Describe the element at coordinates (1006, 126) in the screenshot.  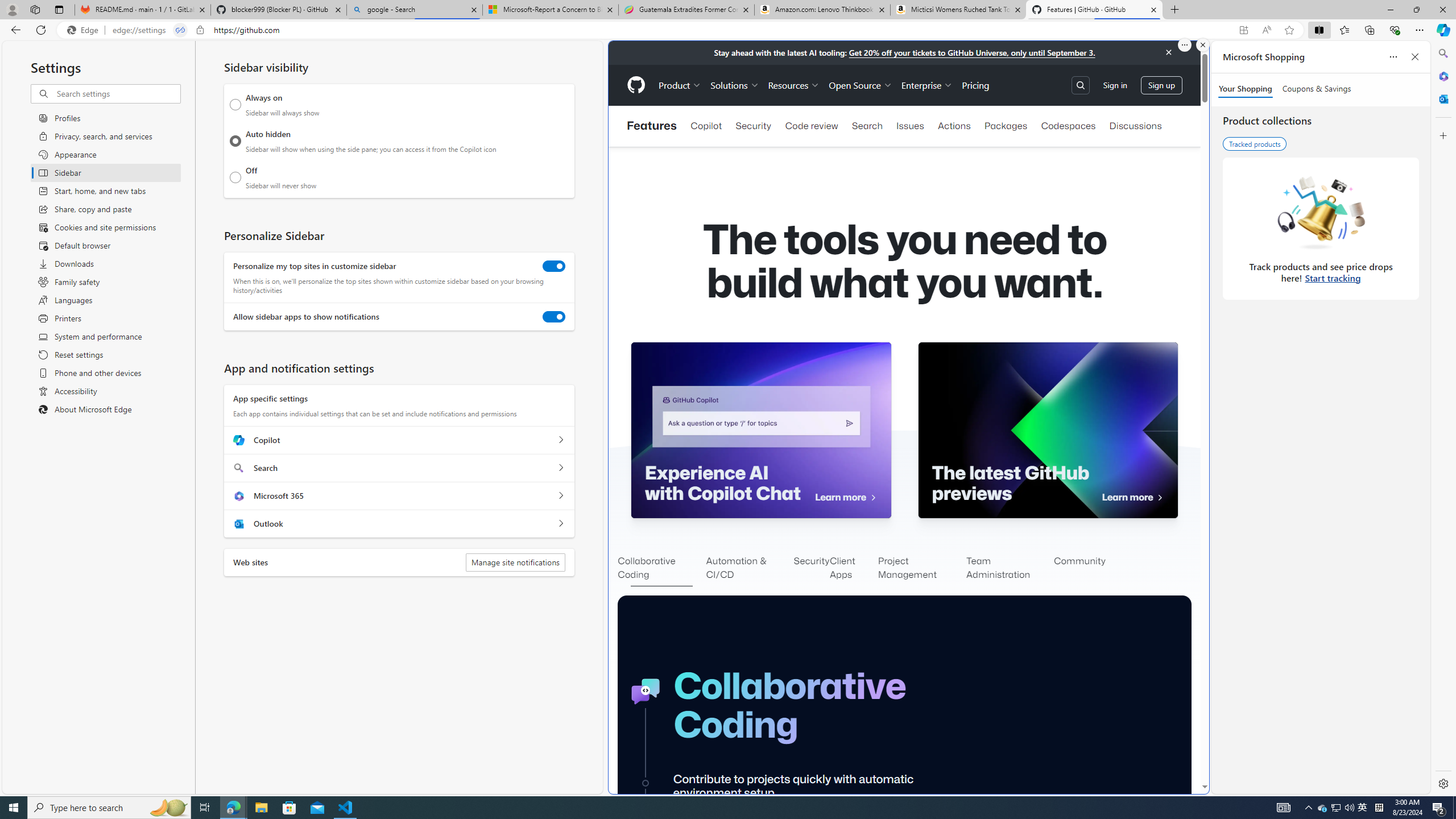
I see `'Packages'` at that location.